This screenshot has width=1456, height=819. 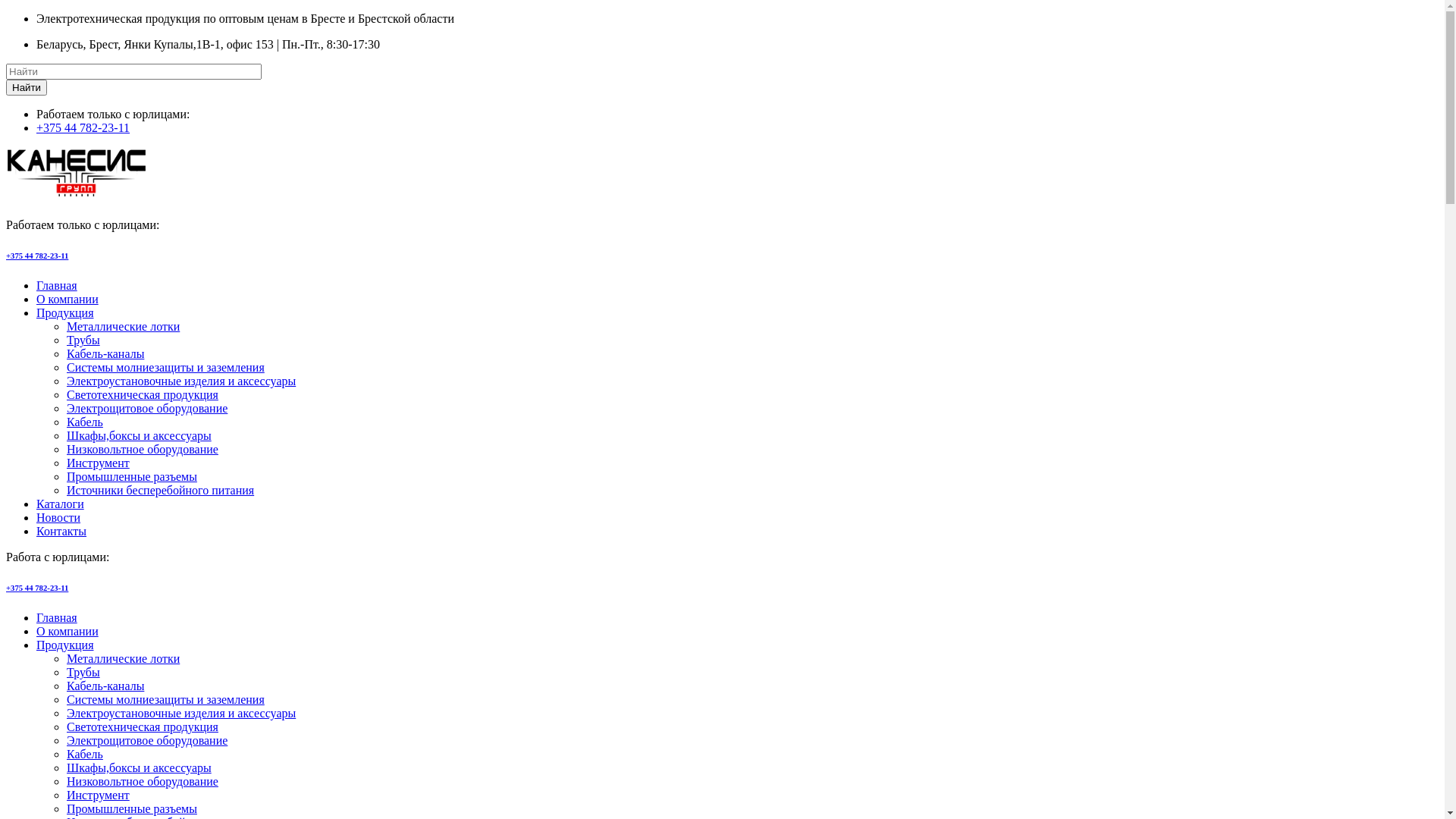 I want to click on '+375 44 782-23-11', so click(x=36, y=587).